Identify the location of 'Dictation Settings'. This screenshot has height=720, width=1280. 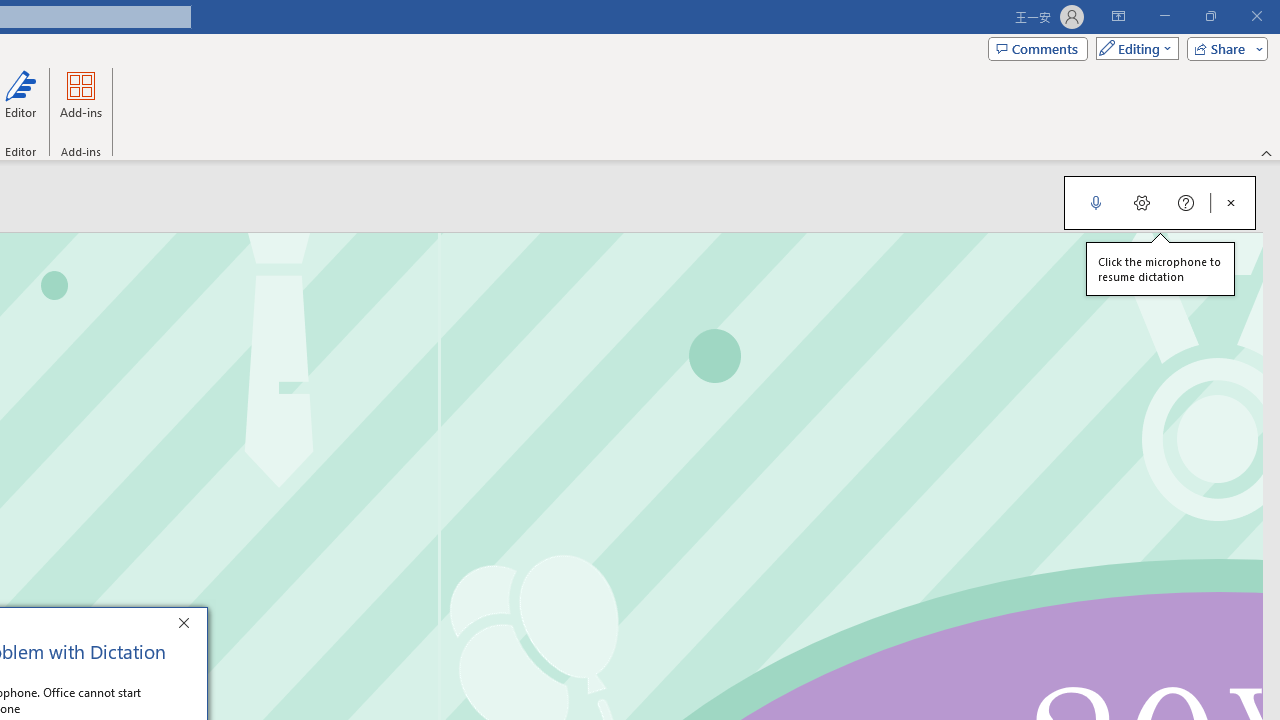
(1142, 203).